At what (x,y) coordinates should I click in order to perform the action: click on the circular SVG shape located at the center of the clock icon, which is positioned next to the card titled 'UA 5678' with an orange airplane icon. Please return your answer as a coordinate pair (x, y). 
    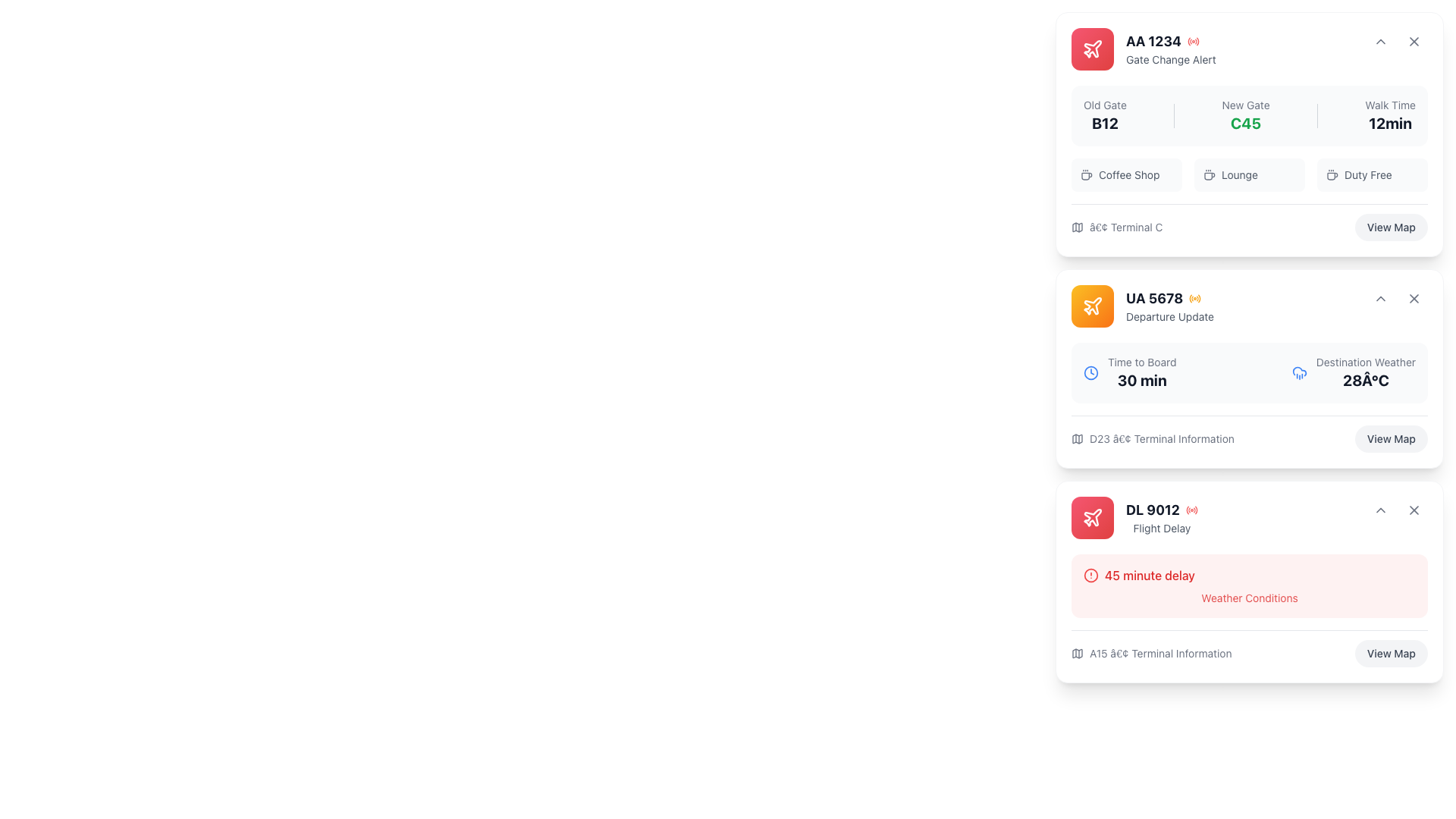
    Looking at the image, I should click on (1090, 373).